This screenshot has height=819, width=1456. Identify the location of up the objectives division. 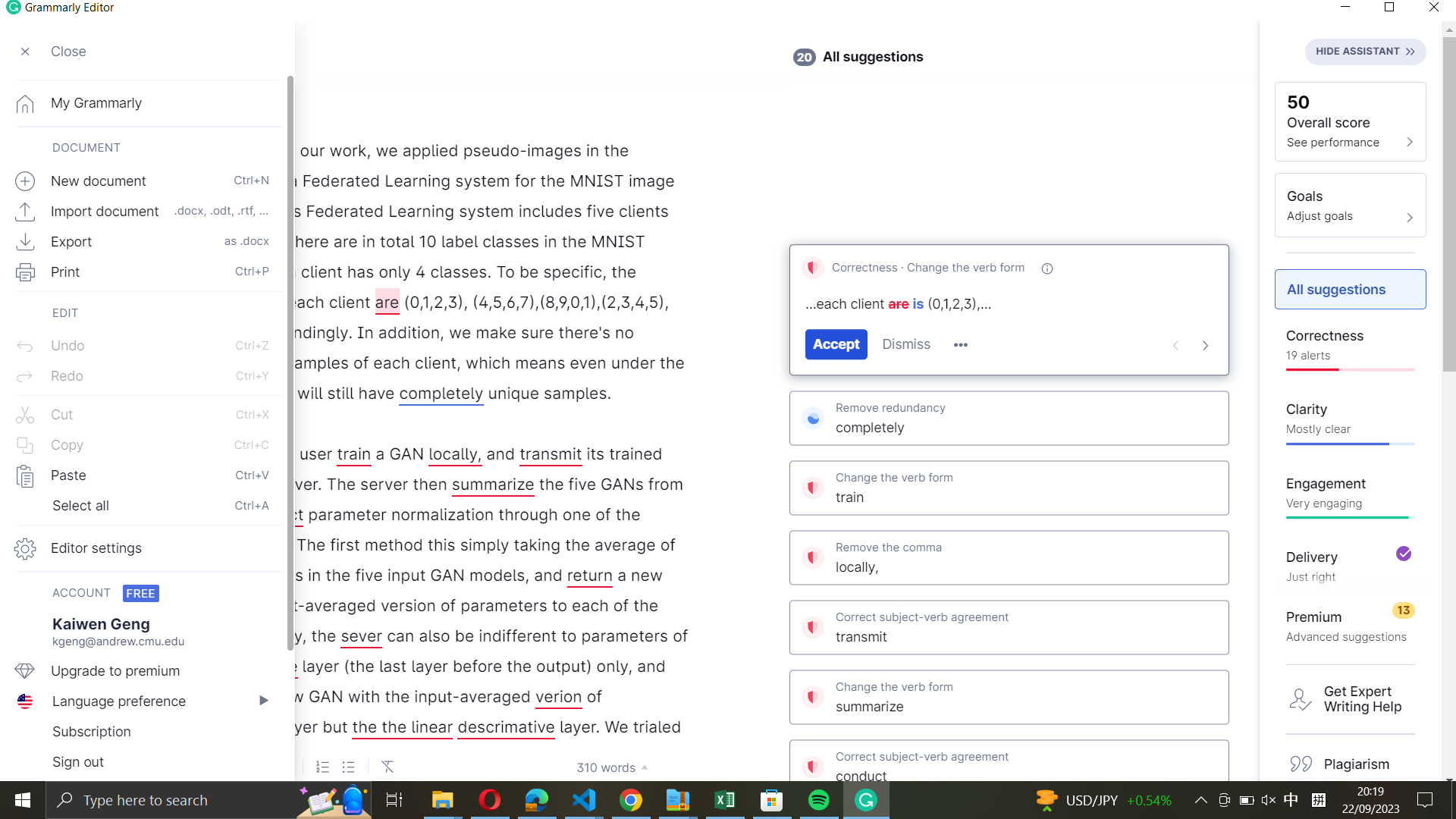
(1350, 205).